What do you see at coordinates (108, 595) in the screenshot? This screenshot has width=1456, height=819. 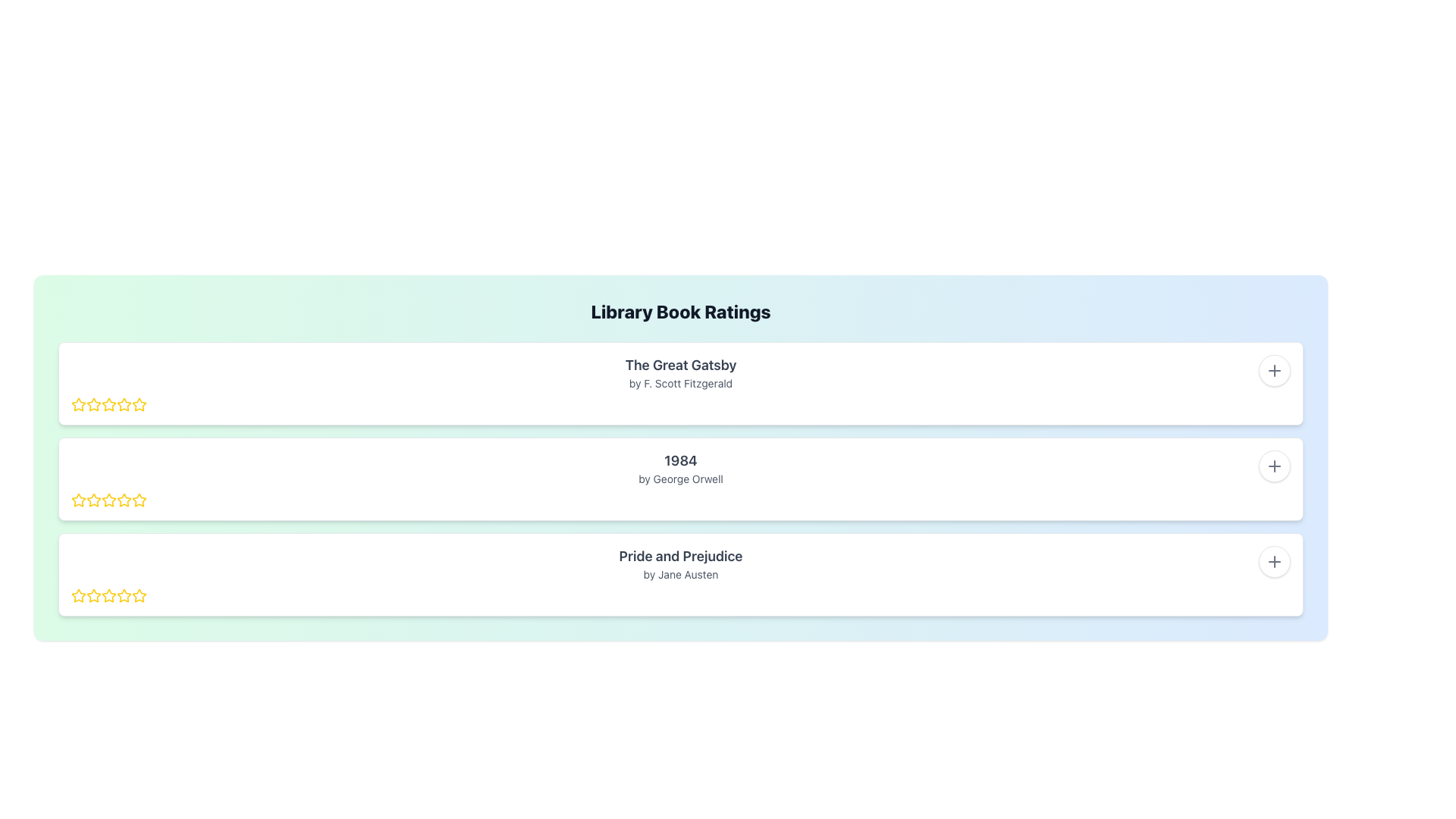 I see `the third star icon in the five-star rating system for the book 'Pride and Prejudice' located at the bottom part of the interface` at bounding box center [108, 595].